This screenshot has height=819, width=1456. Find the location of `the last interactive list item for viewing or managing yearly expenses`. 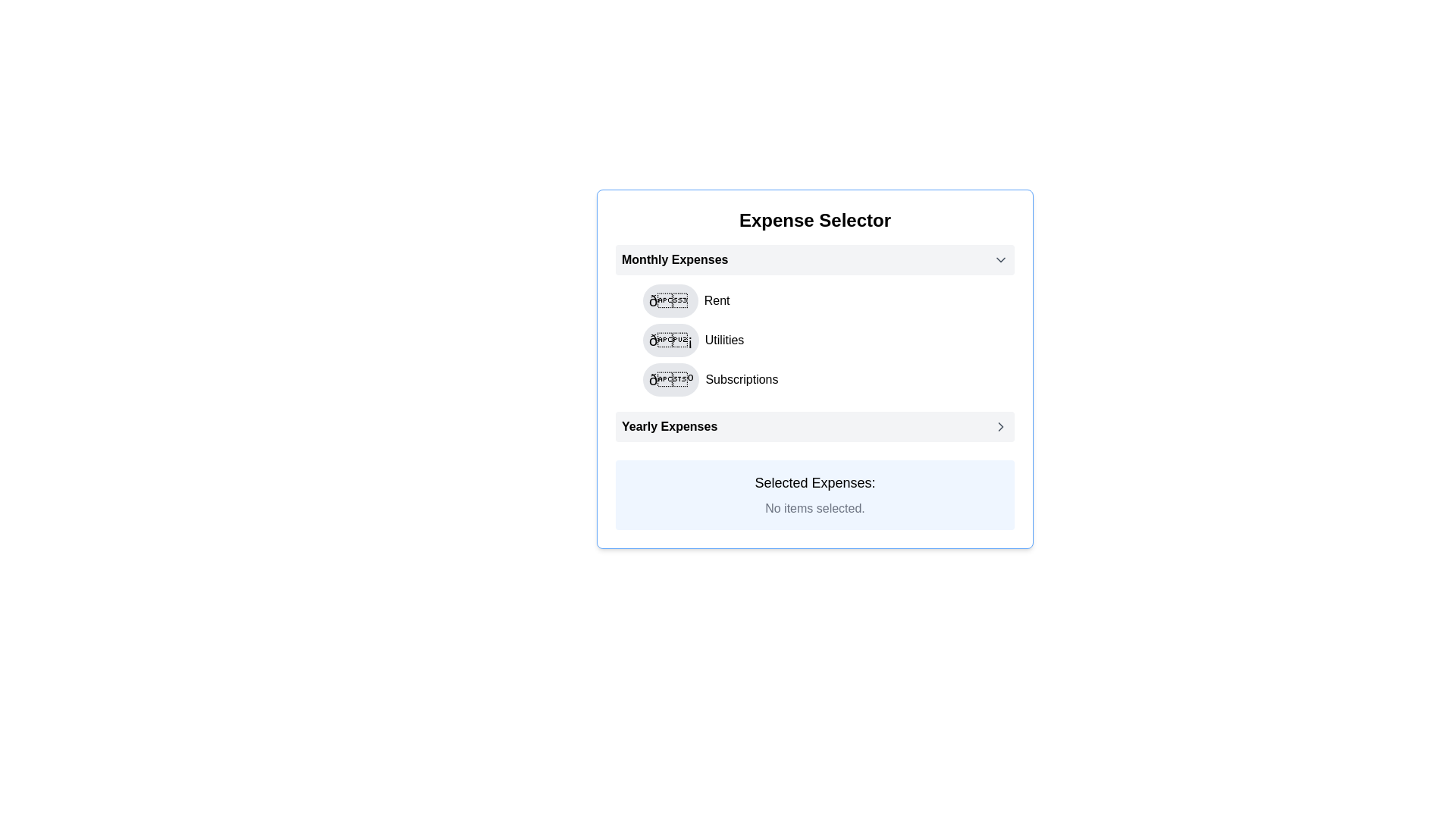

the last interactive list item for viewing or managing yearly expenses is located at coordinates (814, 427).